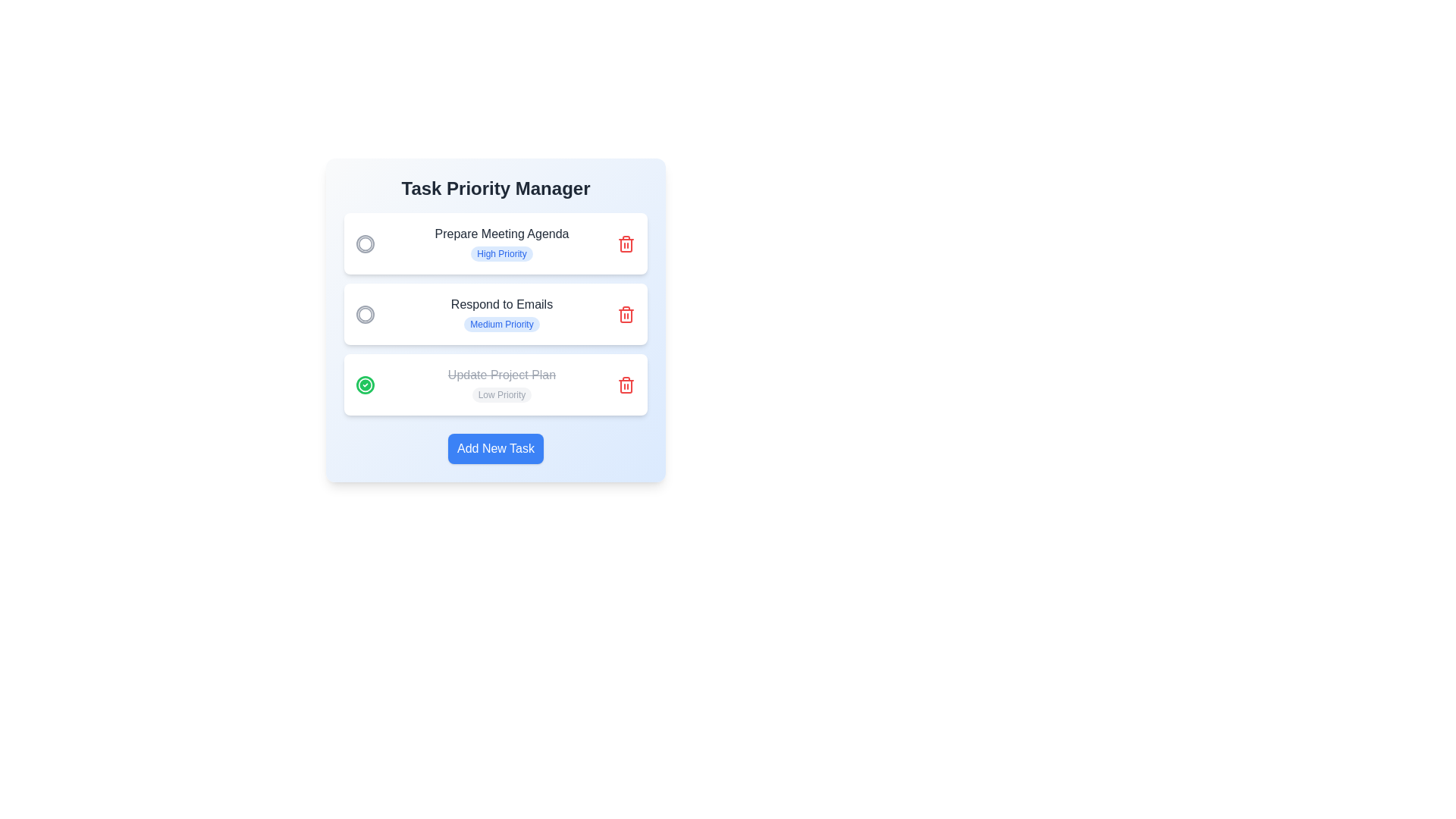  Describe the element at coordinates (365, 313) in the screenshot. I see `the circular indicator icon located to the left of the task title 'Respond to Emails' in the second list item of the task list` at that location.